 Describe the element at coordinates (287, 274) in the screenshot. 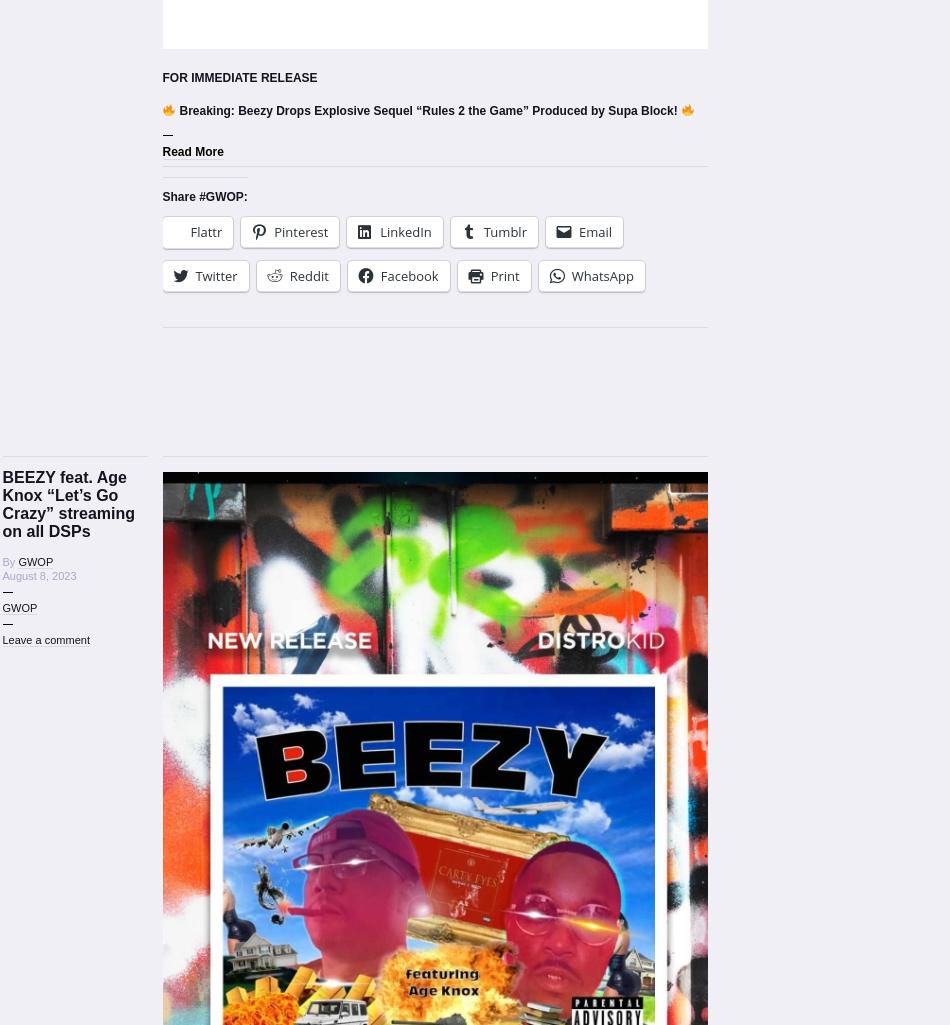

I see `'Reddit'` at that location.